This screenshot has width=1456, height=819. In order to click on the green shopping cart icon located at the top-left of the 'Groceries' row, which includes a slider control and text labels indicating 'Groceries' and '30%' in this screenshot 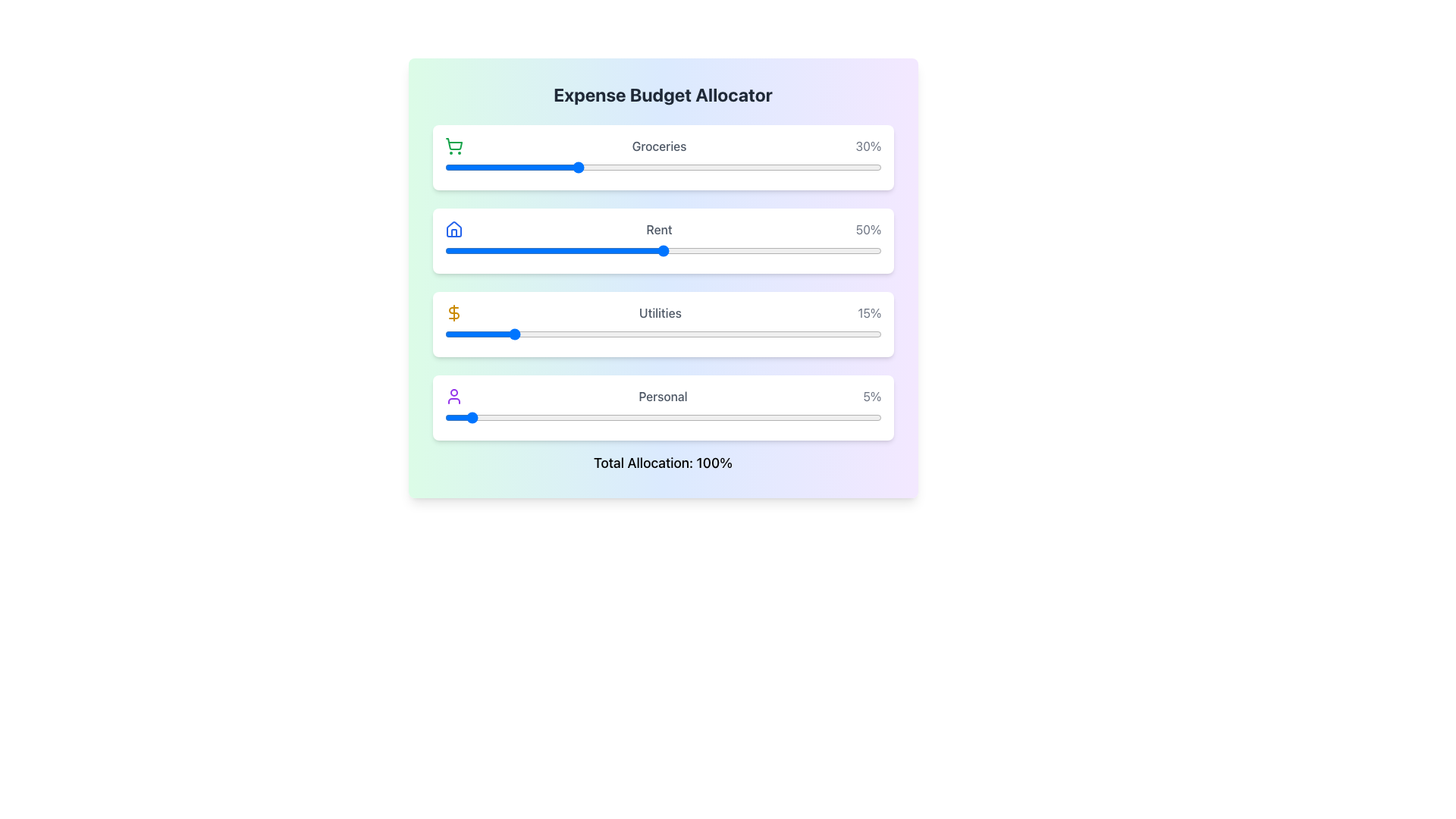, I will do `click(453, 146)`.